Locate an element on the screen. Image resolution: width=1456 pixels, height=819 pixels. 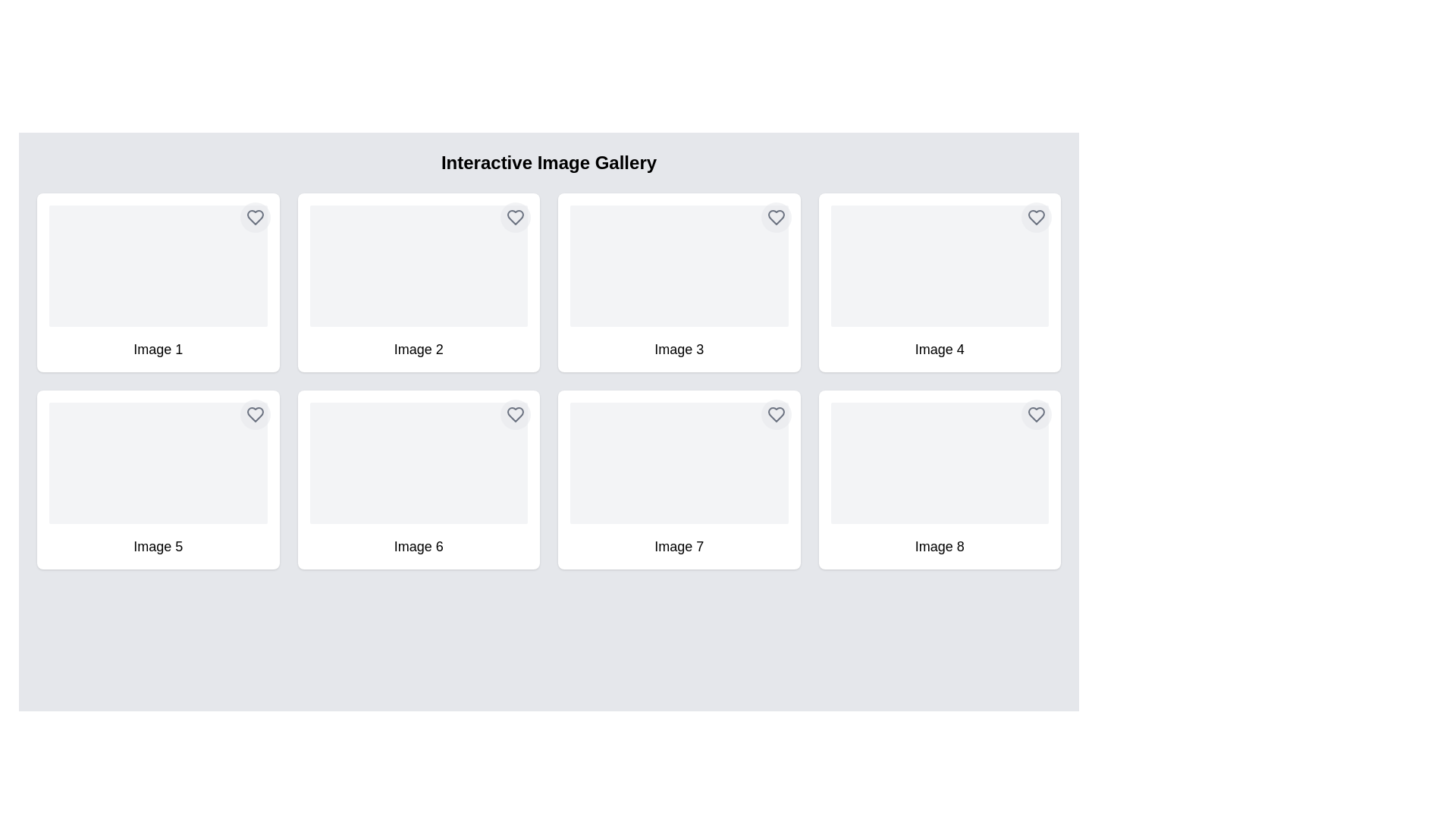
the heart icon button located at the top-right corner of the 'Image 4' card in the interactive image gallery is located at coordinates (1036, 217).